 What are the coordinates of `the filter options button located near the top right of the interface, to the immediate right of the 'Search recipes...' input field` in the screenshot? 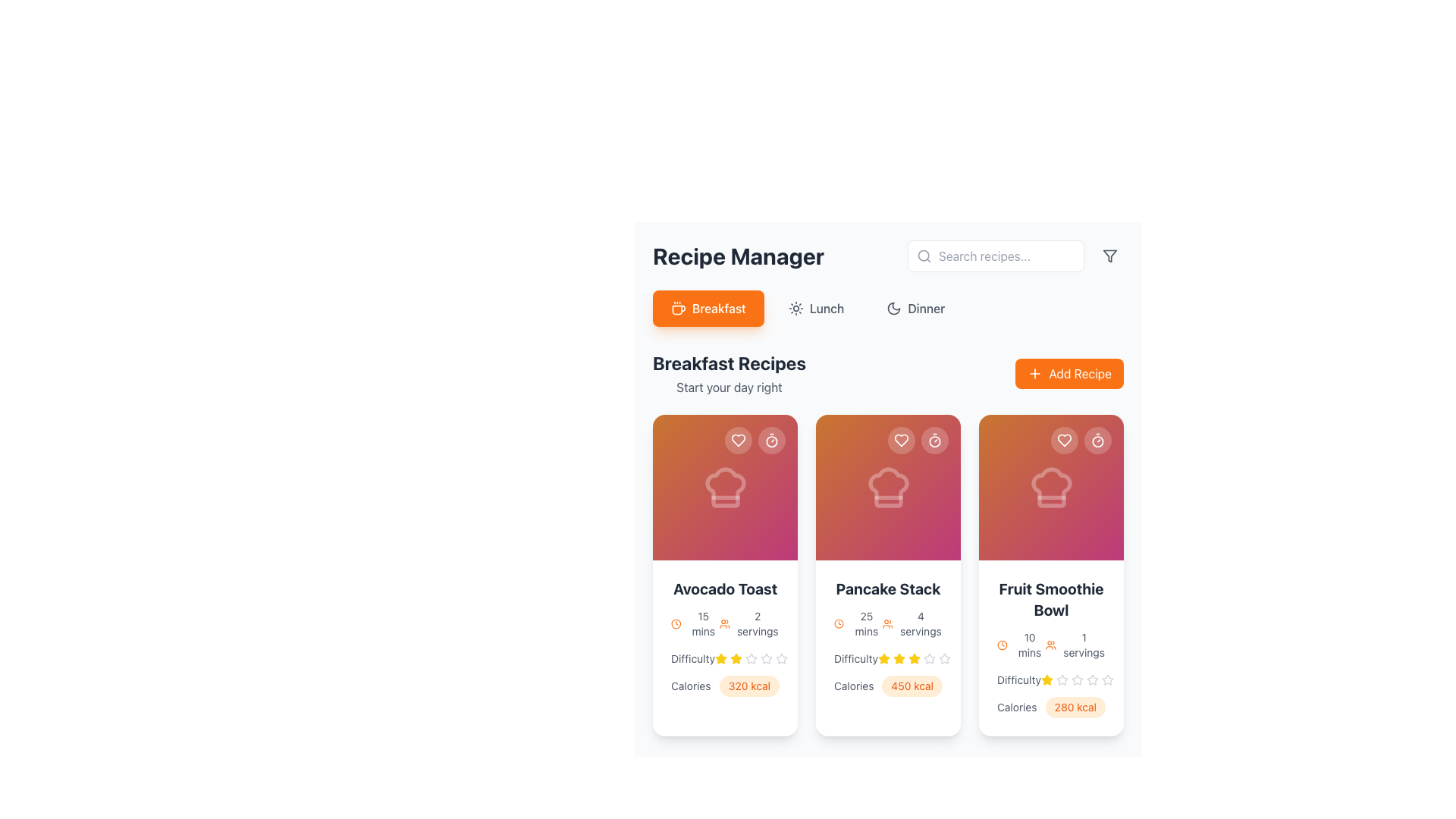 It's located at (1110, 256).